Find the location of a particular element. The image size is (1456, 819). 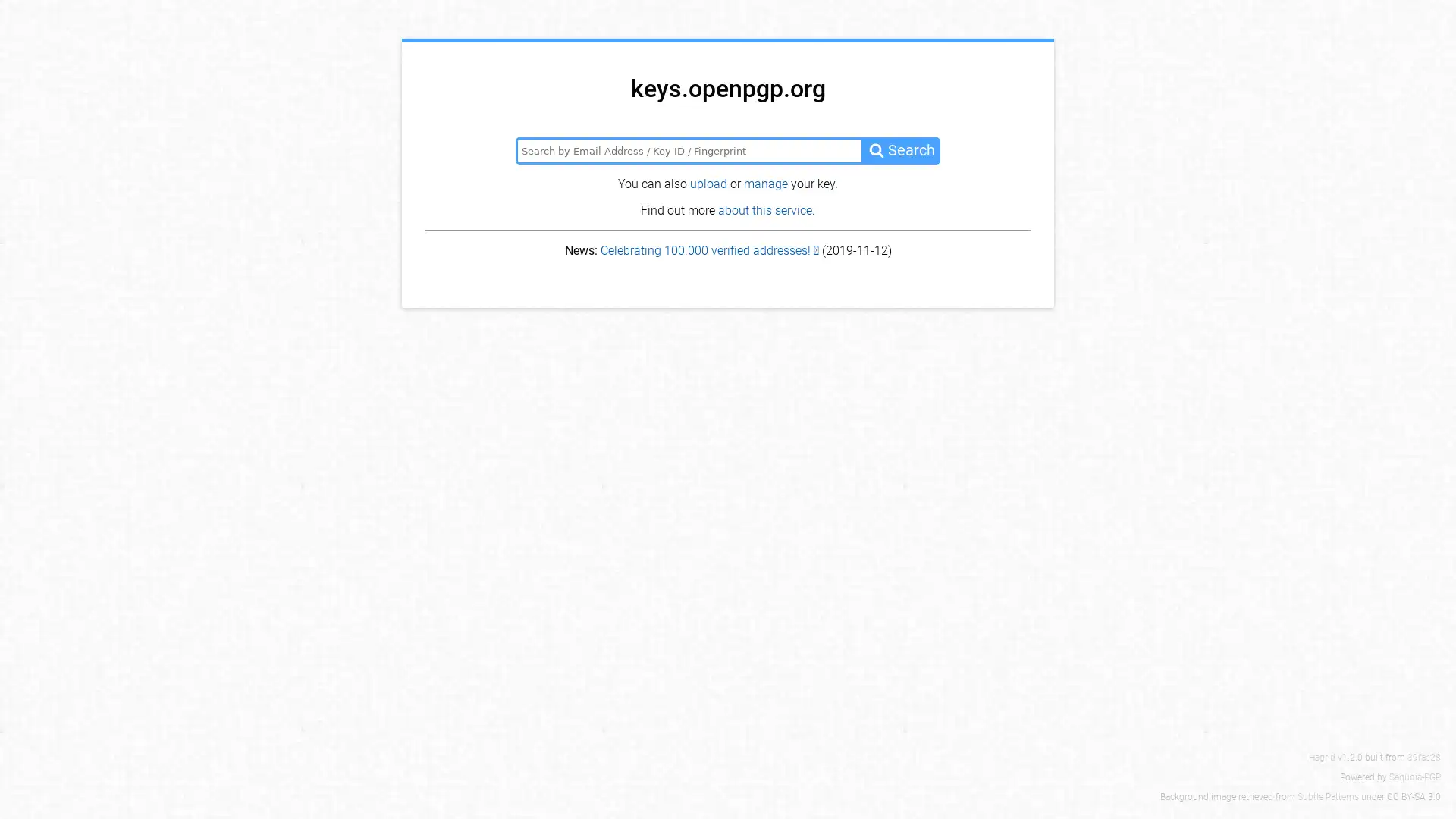

Search is located at coordinates (902, 151).